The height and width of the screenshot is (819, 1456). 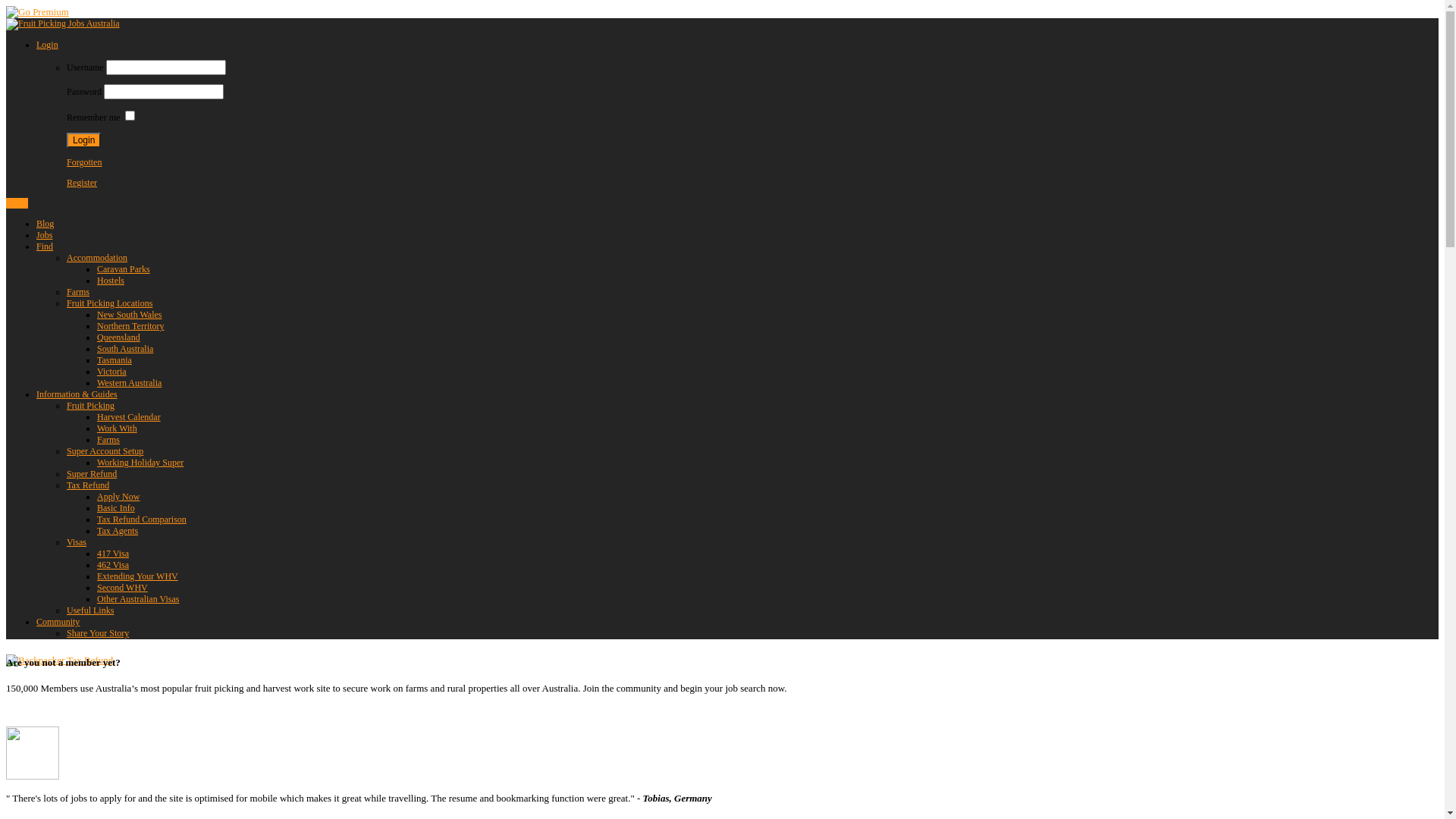 What do you see at coordinates (45, 223) in the screenshot?
I see `'Blog'` at bounding box center [45, 223].